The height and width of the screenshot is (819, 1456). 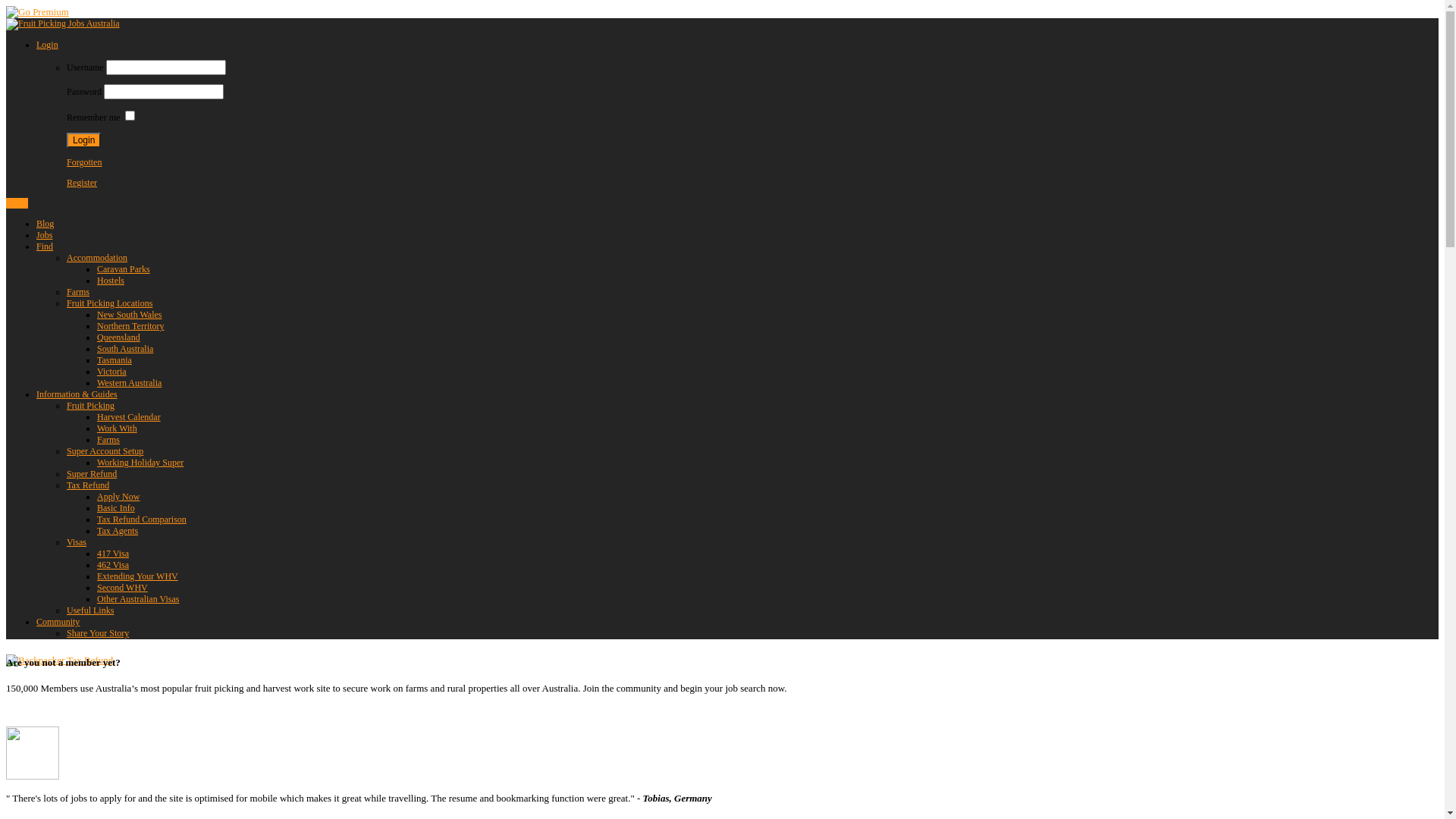 What do you see at coordinates (45, 223) in the screenshot?
I see `'Blog'` at bounding box center [45, 223].